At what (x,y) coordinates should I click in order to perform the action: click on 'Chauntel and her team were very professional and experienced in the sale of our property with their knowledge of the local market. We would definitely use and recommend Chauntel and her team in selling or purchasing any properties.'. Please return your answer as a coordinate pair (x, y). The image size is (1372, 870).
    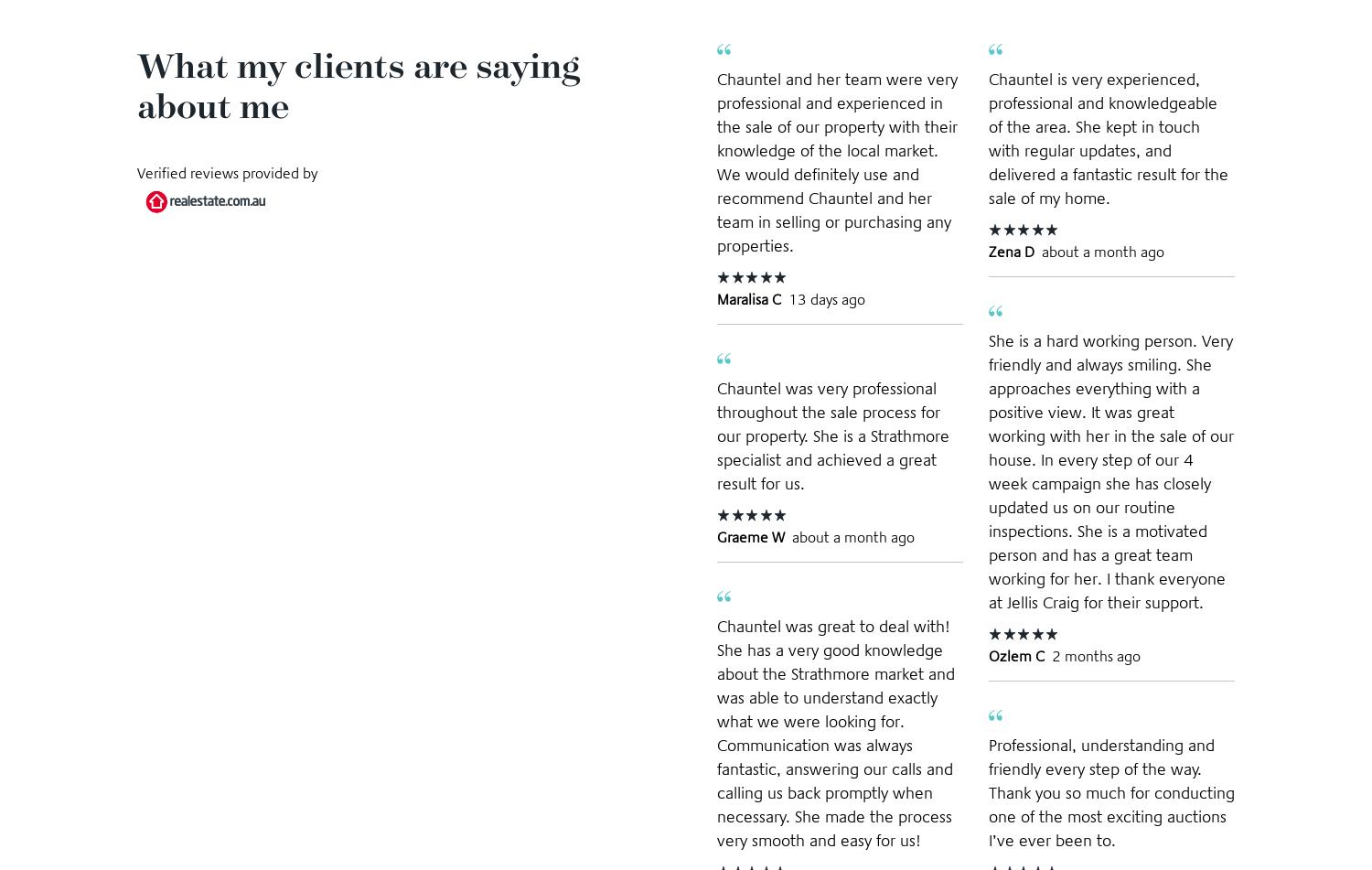
    Looking at the image, I should click on (837, 161).